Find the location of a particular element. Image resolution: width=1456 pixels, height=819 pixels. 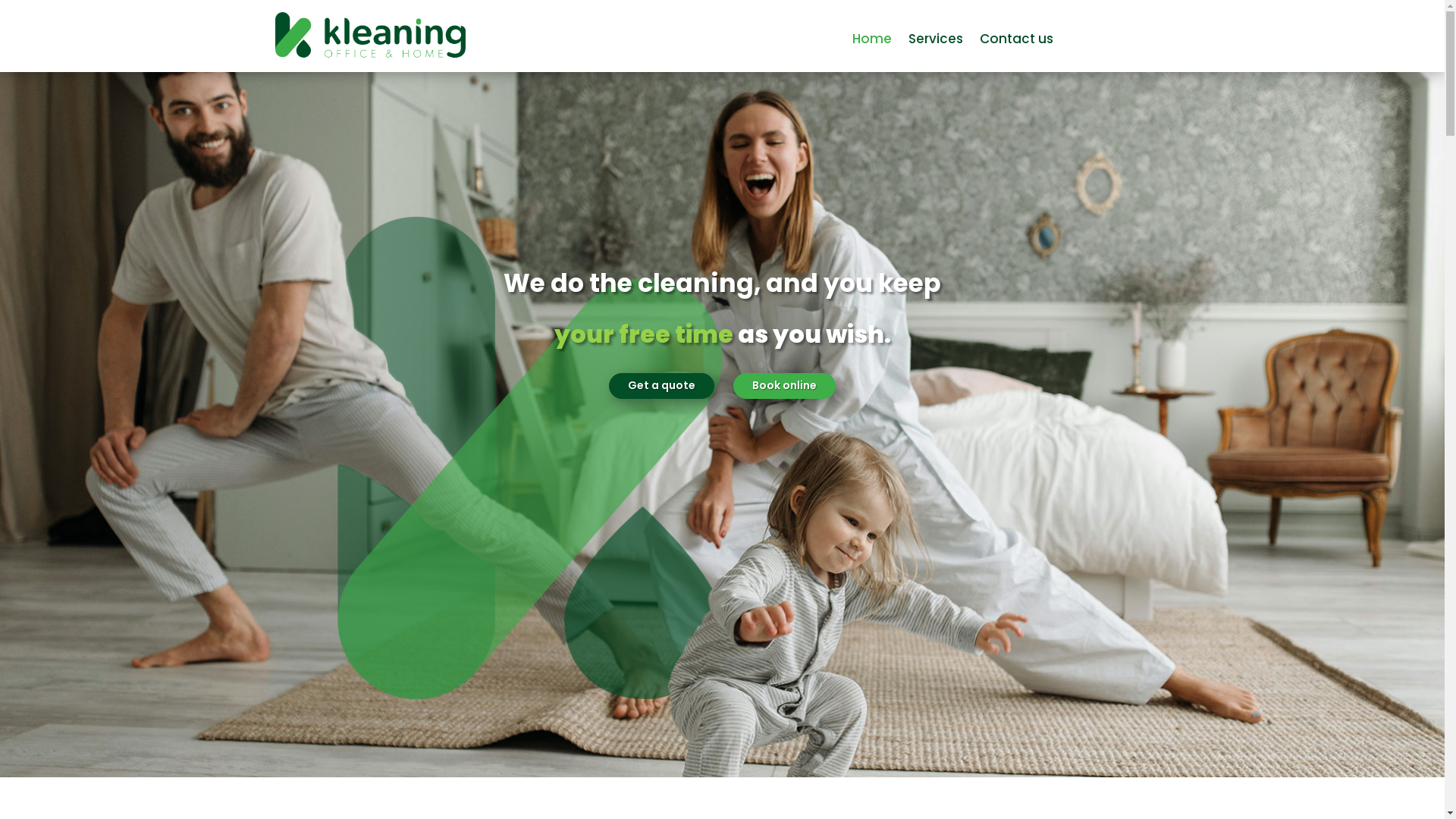

'Kleaning home office' is located at coordinates (274, 35).